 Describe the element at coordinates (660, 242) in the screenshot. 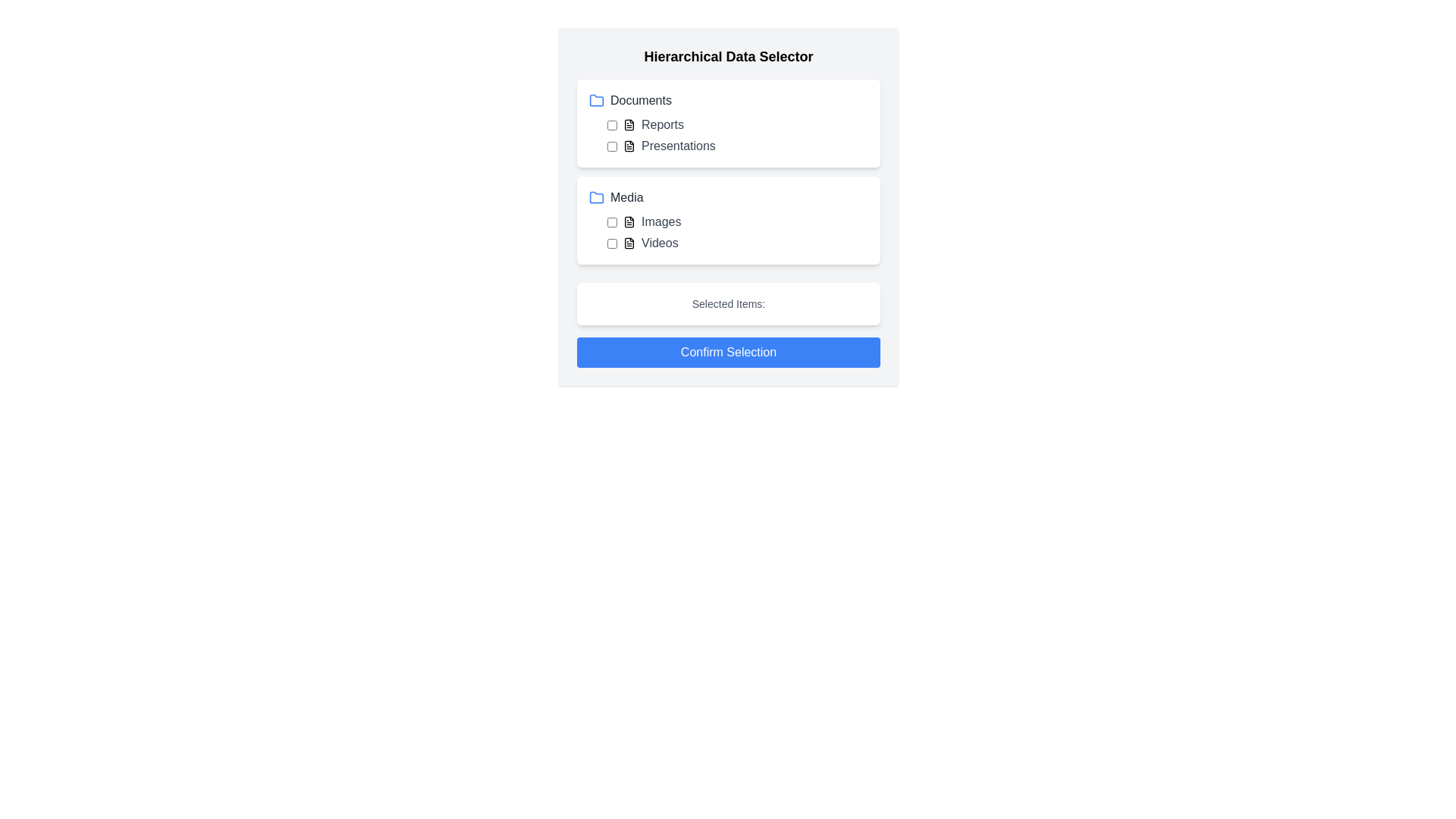

I see `the 'Videos' text label displayed in gray font, located in the bottom-left section of the hierarchical data selector interface, aligned to the right of a document icon` at that location.